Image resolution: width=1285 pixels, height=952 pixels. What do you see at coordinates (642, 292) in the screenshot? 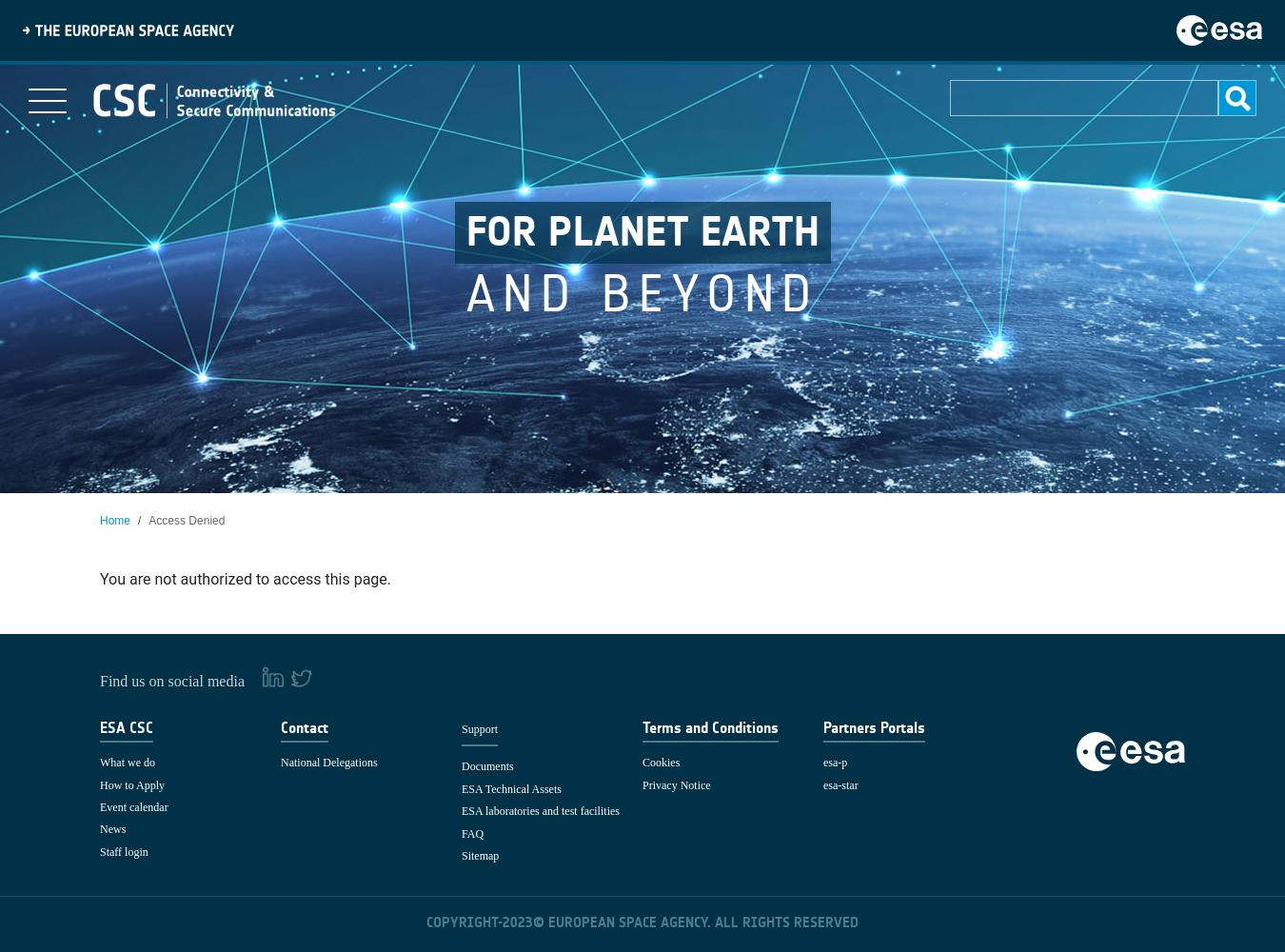
I see `'and beyond'` at bounding box center [642, 292].